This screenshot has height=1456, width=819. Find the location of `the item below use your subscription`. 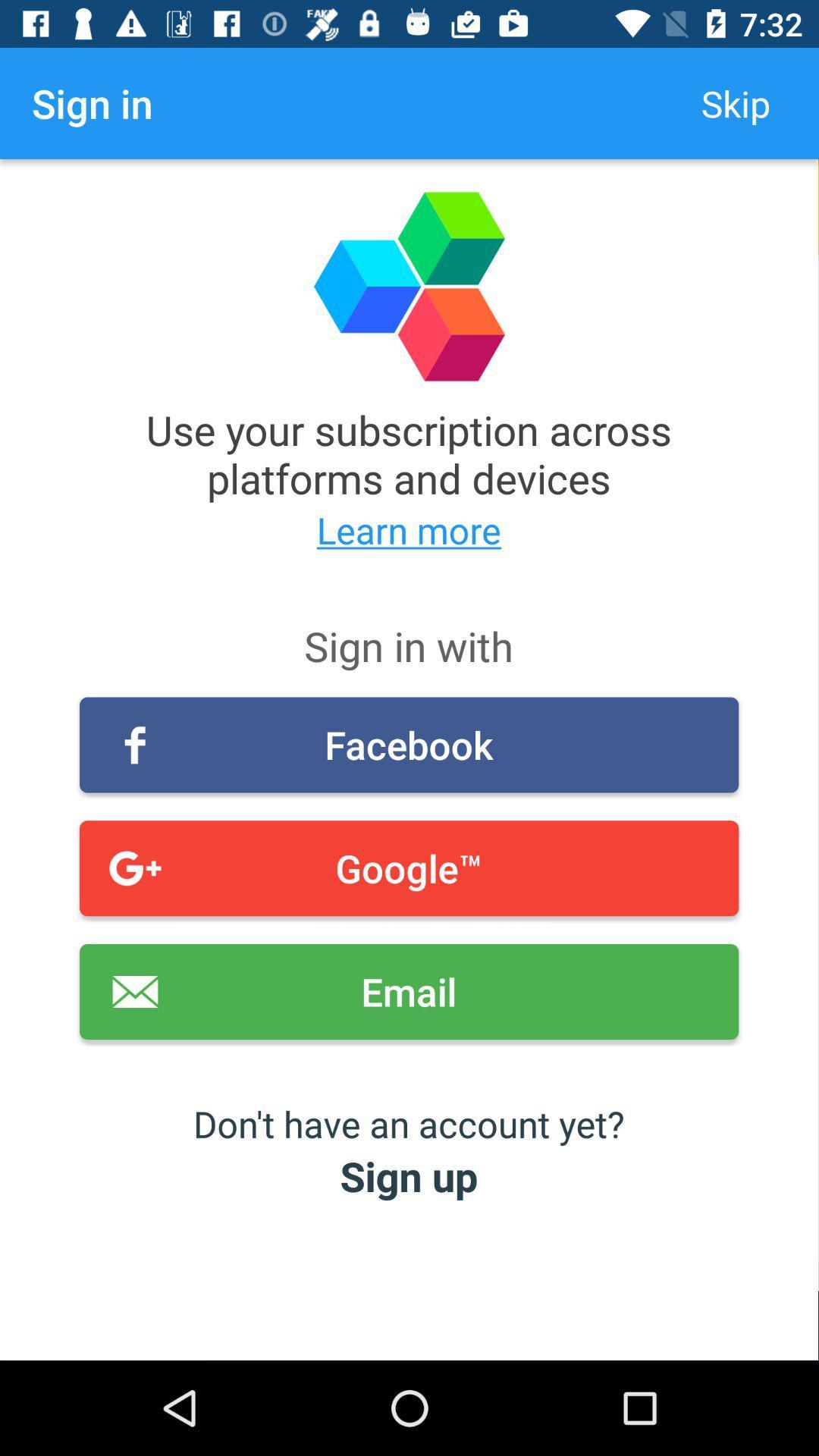

the item below use your subscription is located at coordinates (408, 530).